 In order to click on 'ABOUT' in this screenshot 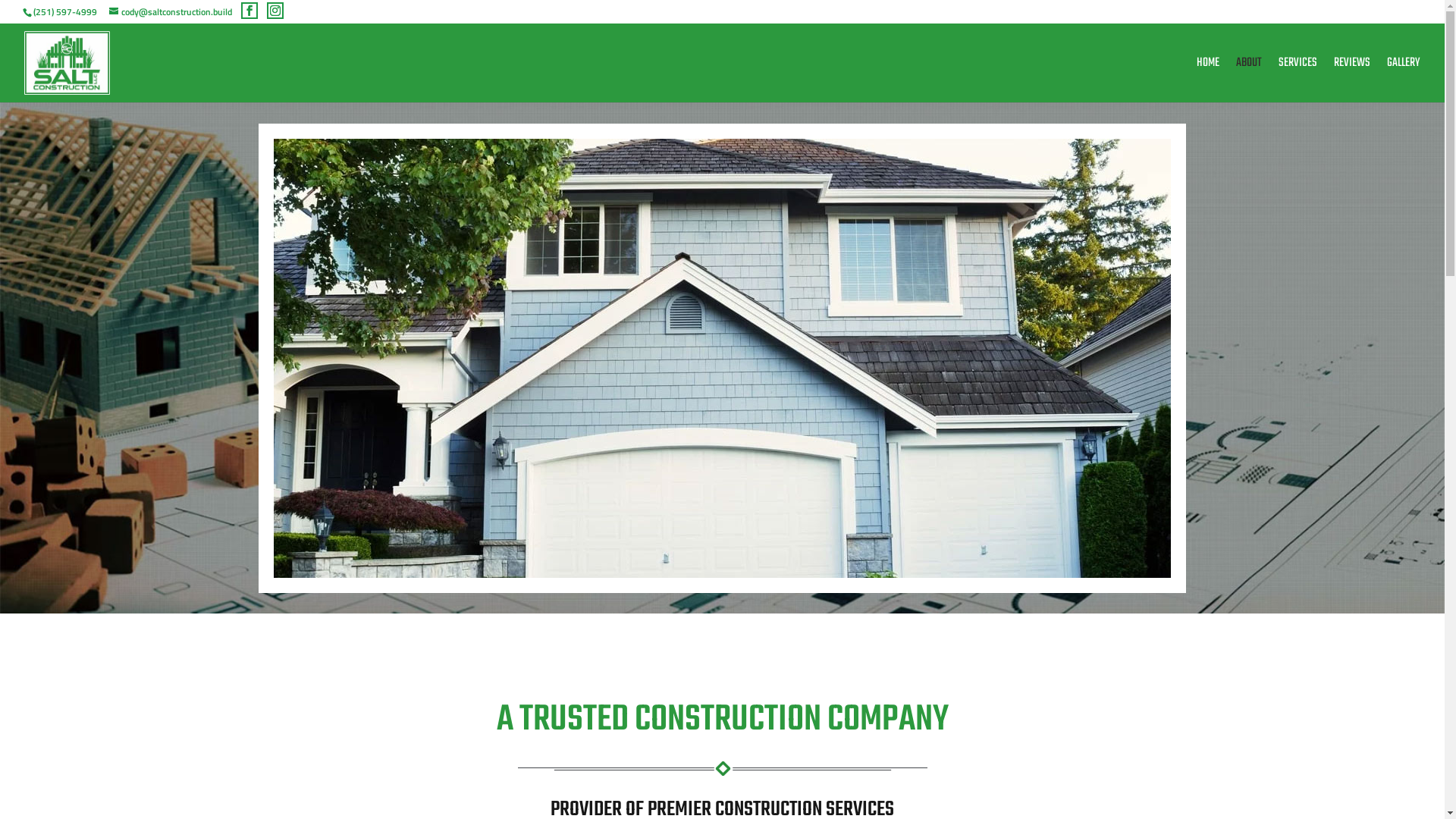, I will do `click(1248, 80)`.